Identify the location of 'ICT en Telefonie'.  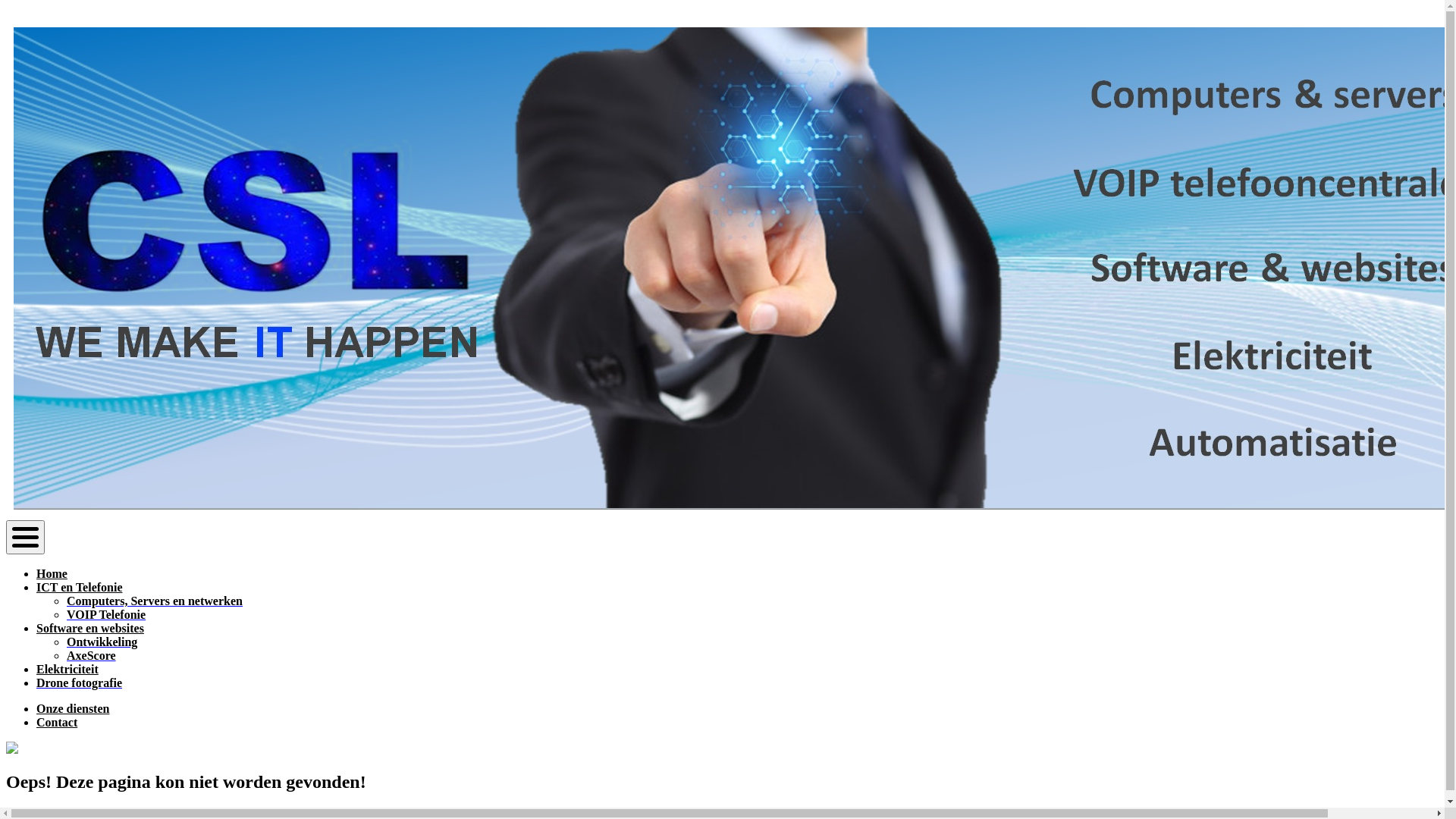
(79, 586).